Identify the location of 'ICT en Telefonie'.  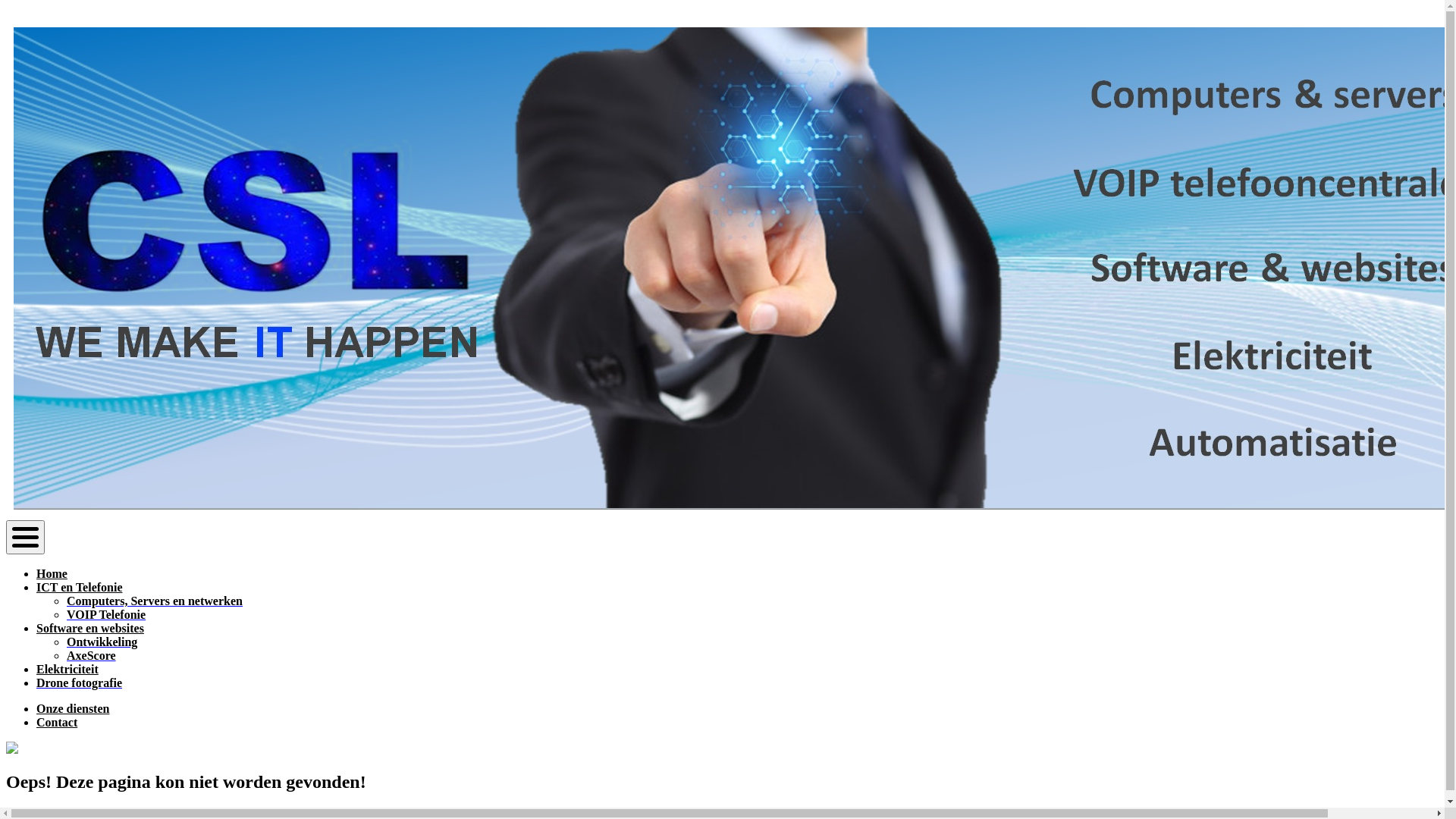
(79, 586).